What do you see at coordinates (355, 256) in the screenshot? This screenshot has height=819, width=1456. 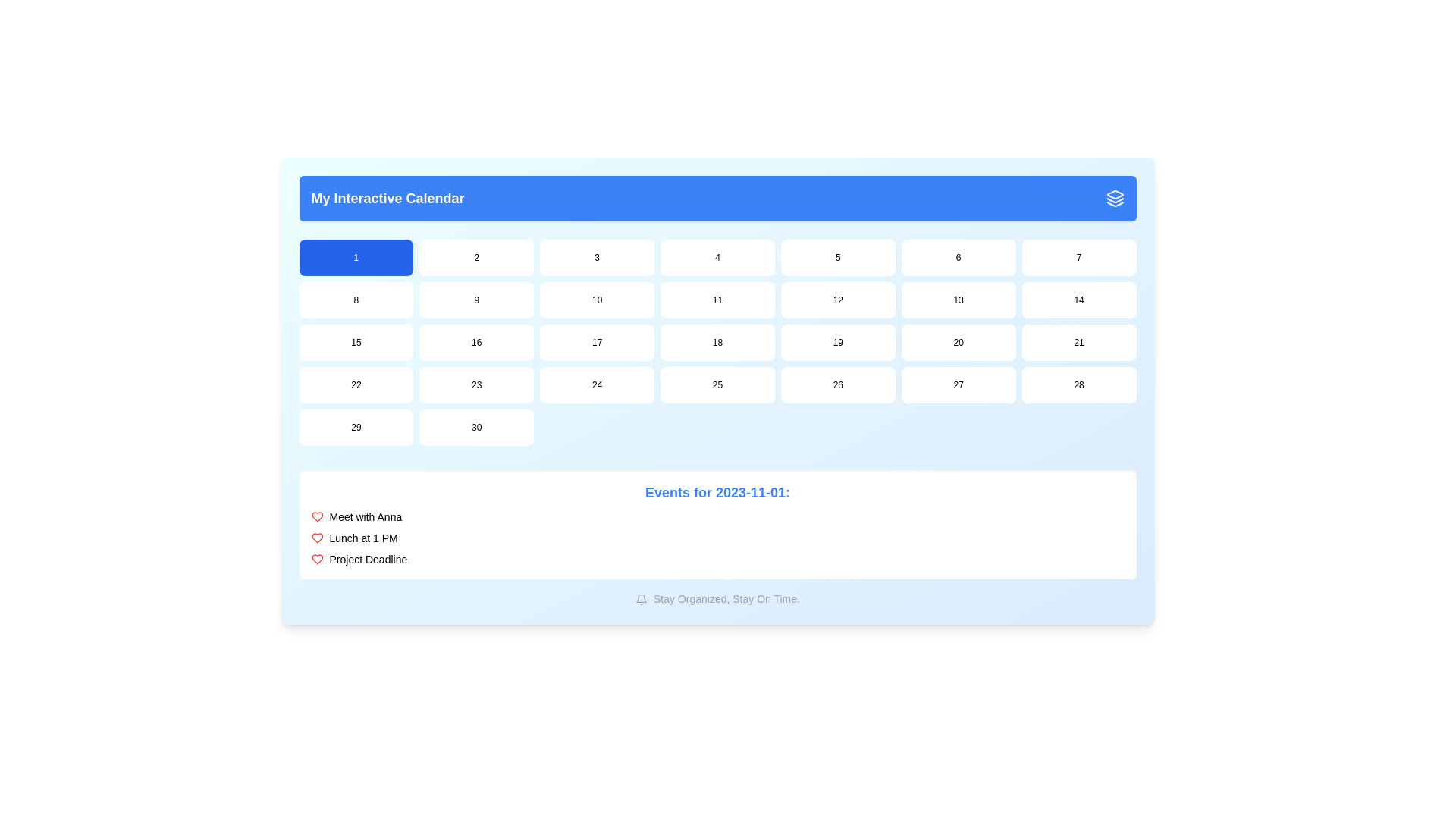 I see `the first day button in the monthly calendar view` at bounding box center [355, 256].